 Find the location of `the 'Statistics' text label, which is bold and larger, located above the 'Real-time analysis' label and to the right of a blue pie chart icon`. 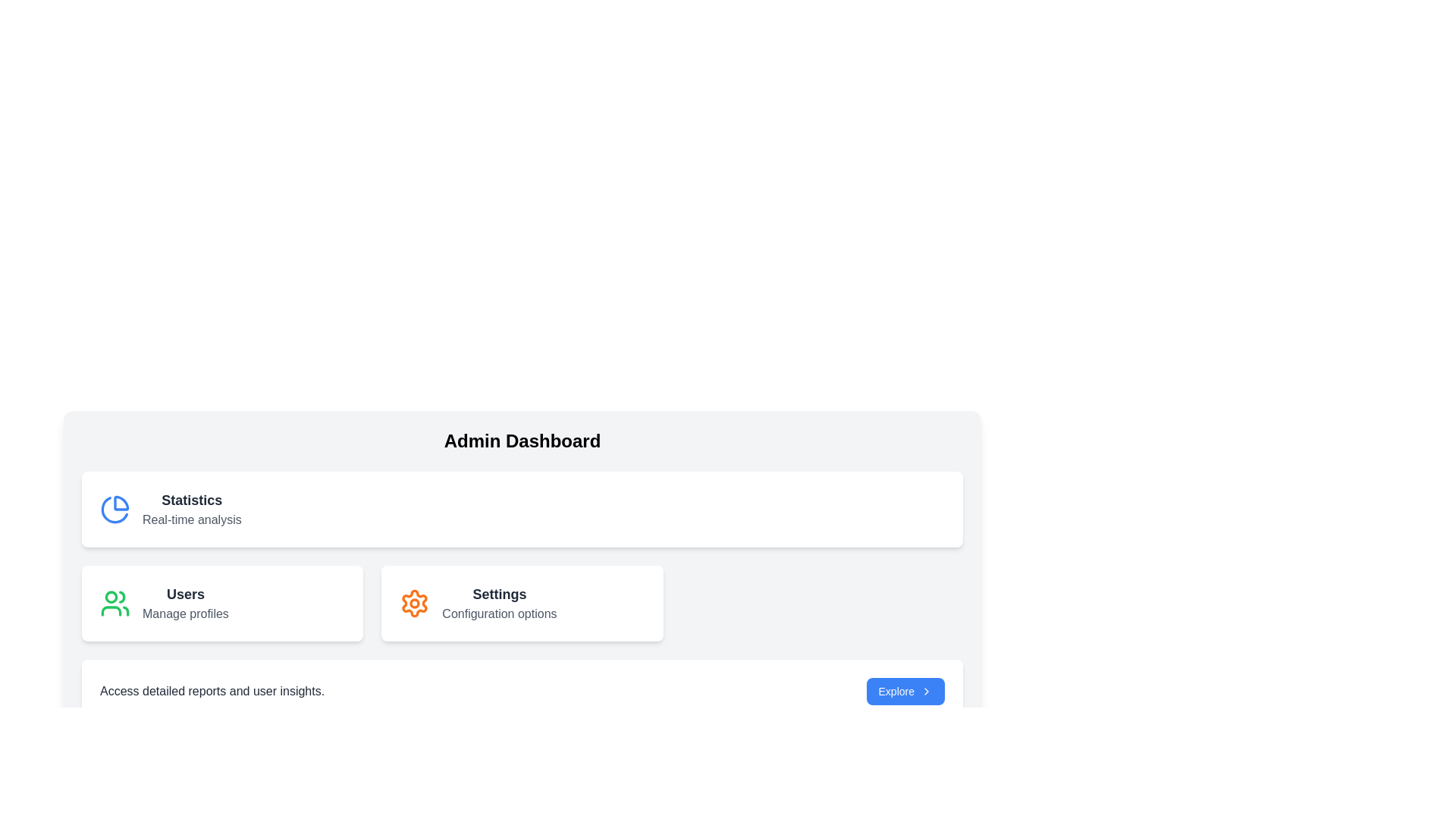

the 'Statistics' text label, which is bold and larger, located above the 'Real-time analysis' label and to the right of a blue pie chart icon is located at coordinates (191, 500).